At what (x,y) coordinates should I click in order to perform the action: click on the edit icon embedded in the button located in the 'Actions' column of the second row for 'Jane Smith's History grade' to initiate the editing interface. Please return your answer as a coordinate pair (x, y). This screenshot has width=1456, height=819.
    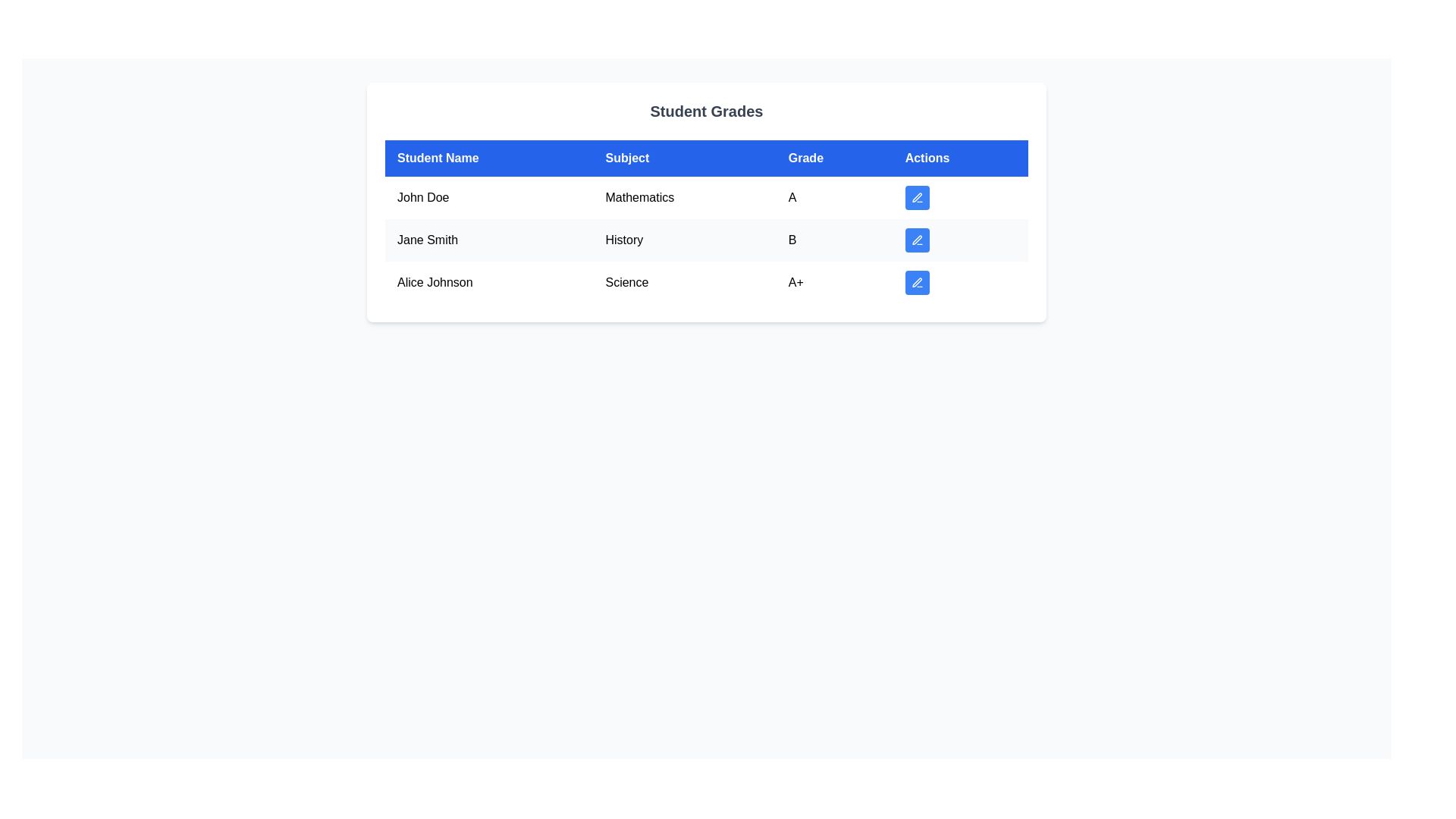
    Looking at the image, I should click on (916, 239).